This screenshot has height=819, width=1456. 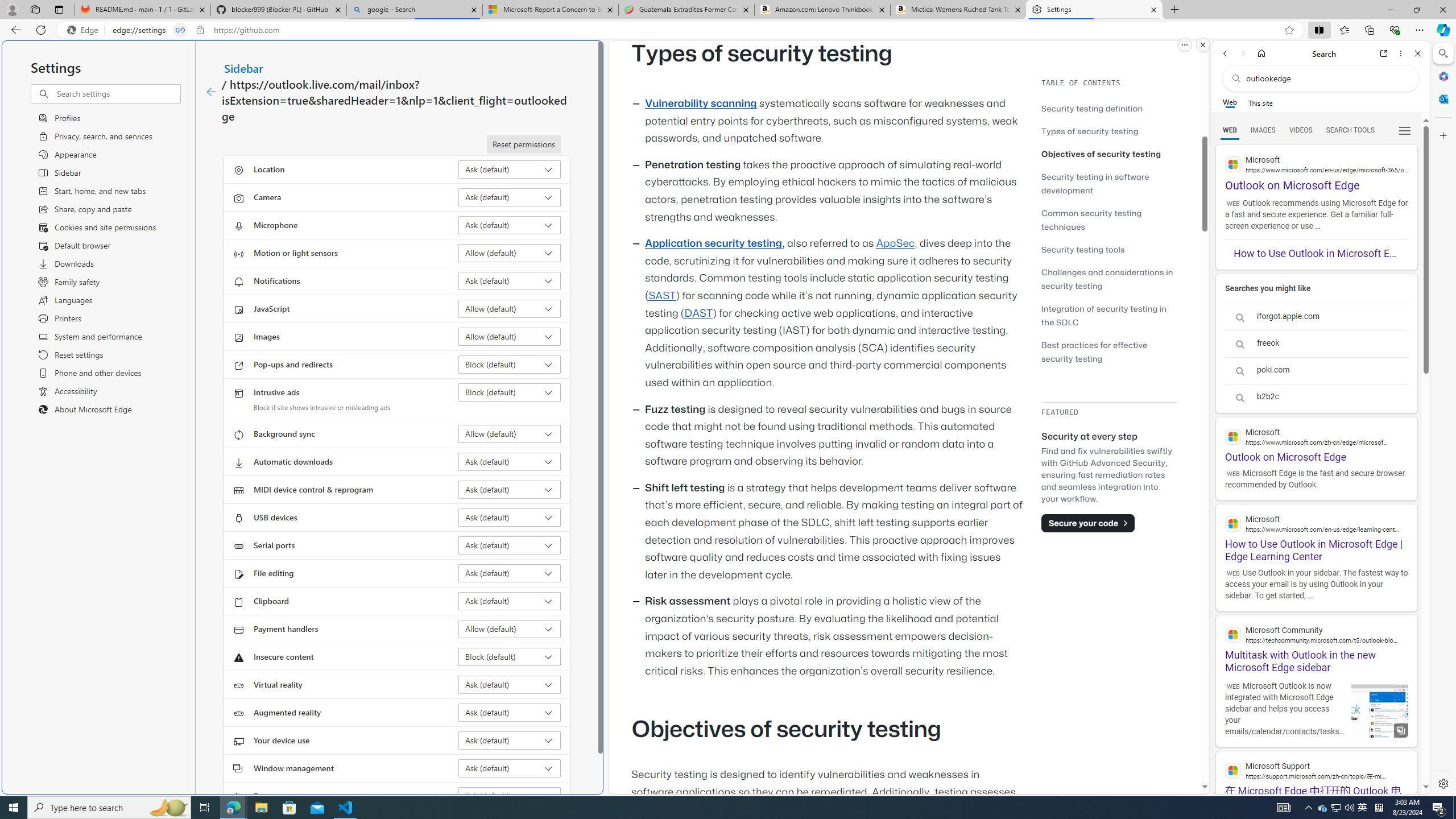 I want to click on 'Virtual reality Ask (default)', so click(x=510, y=684).